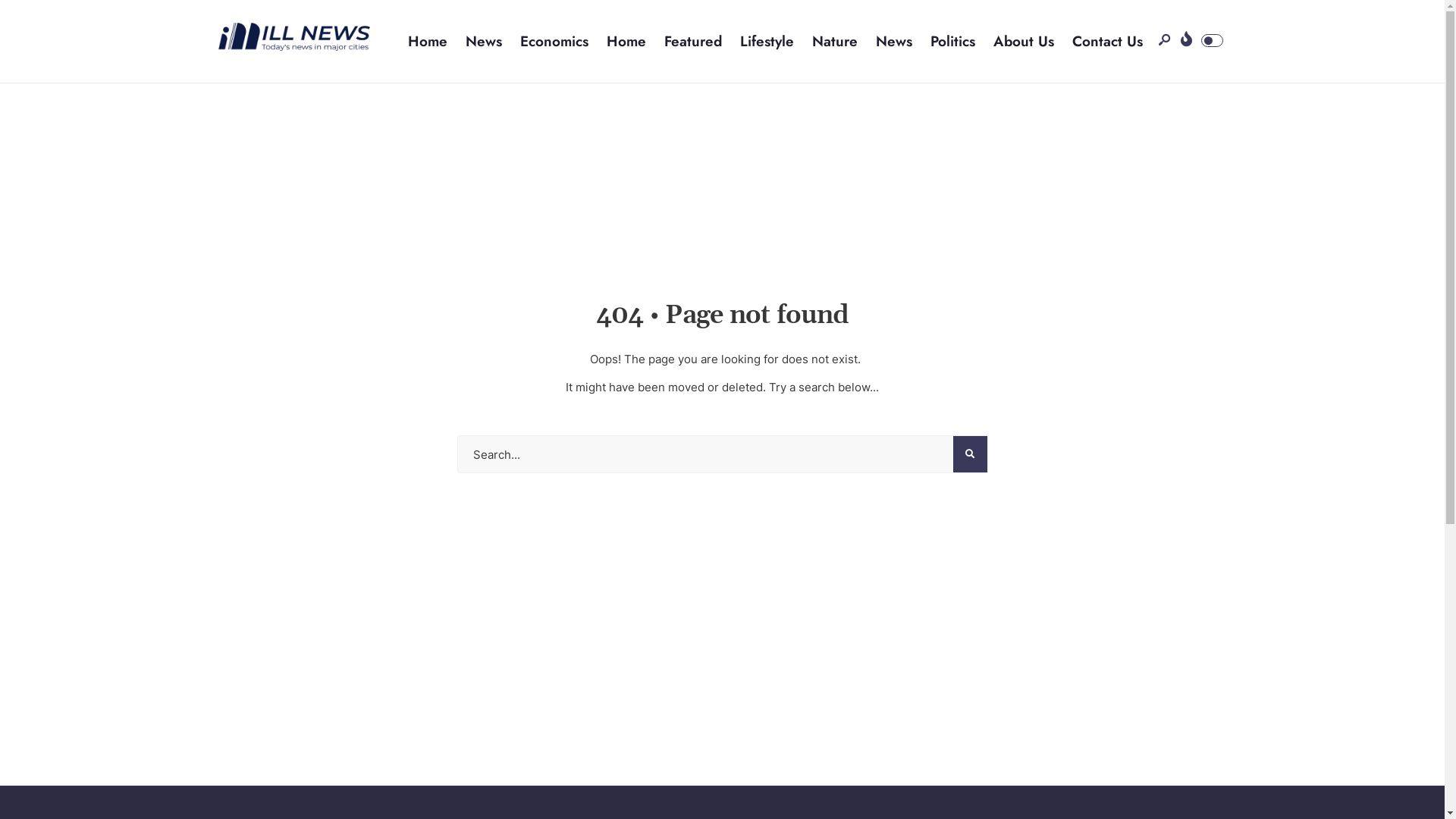 Image resolution: width=1456 pixels, height=819 pixels. Describe the element at coordinates (692, 40) in the screenshot. I see `'Featured'` at that location.